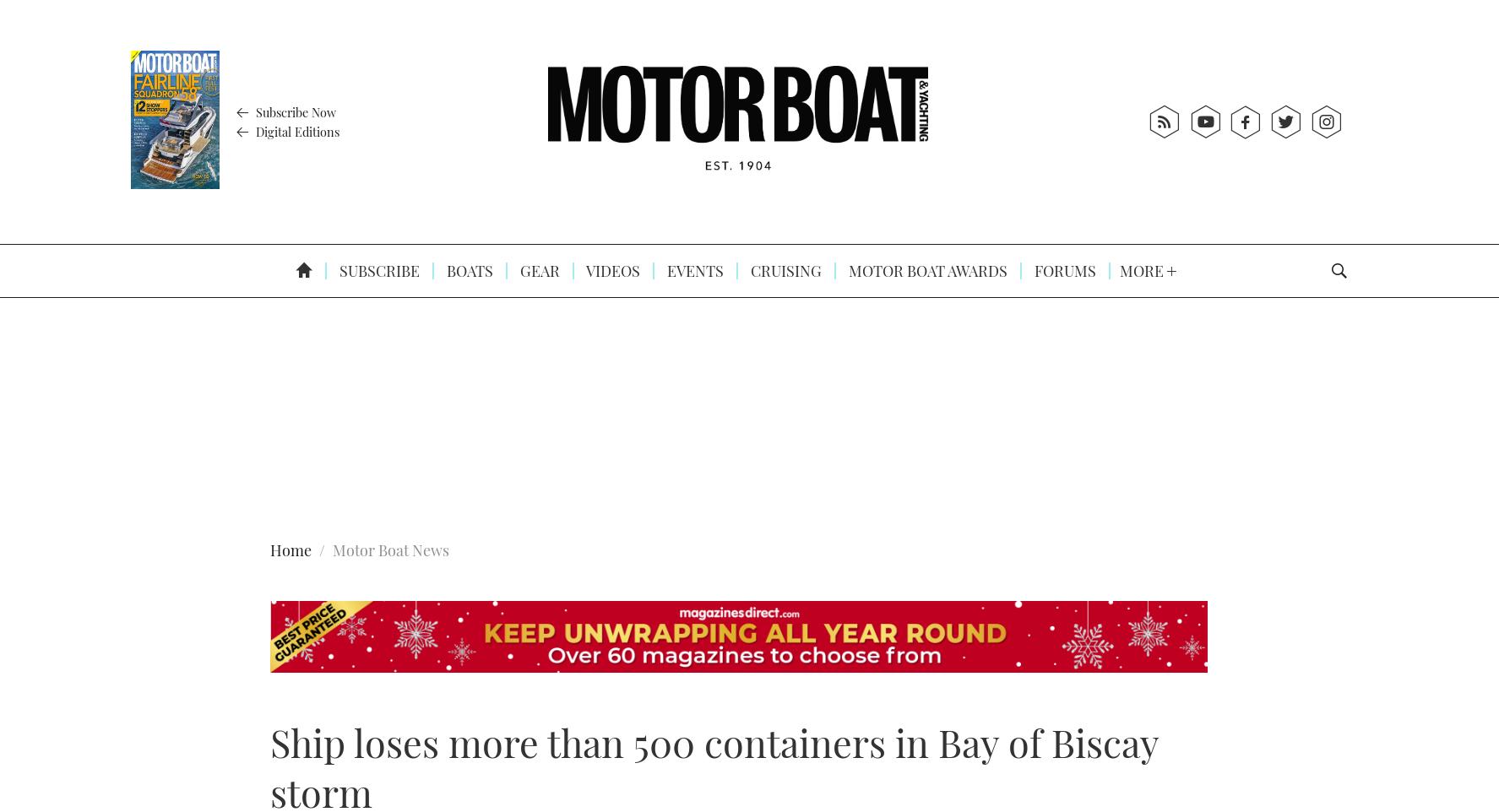  Describe the element at coordinates (692, 270) in the screenshot. I see `'Events'` at that location.